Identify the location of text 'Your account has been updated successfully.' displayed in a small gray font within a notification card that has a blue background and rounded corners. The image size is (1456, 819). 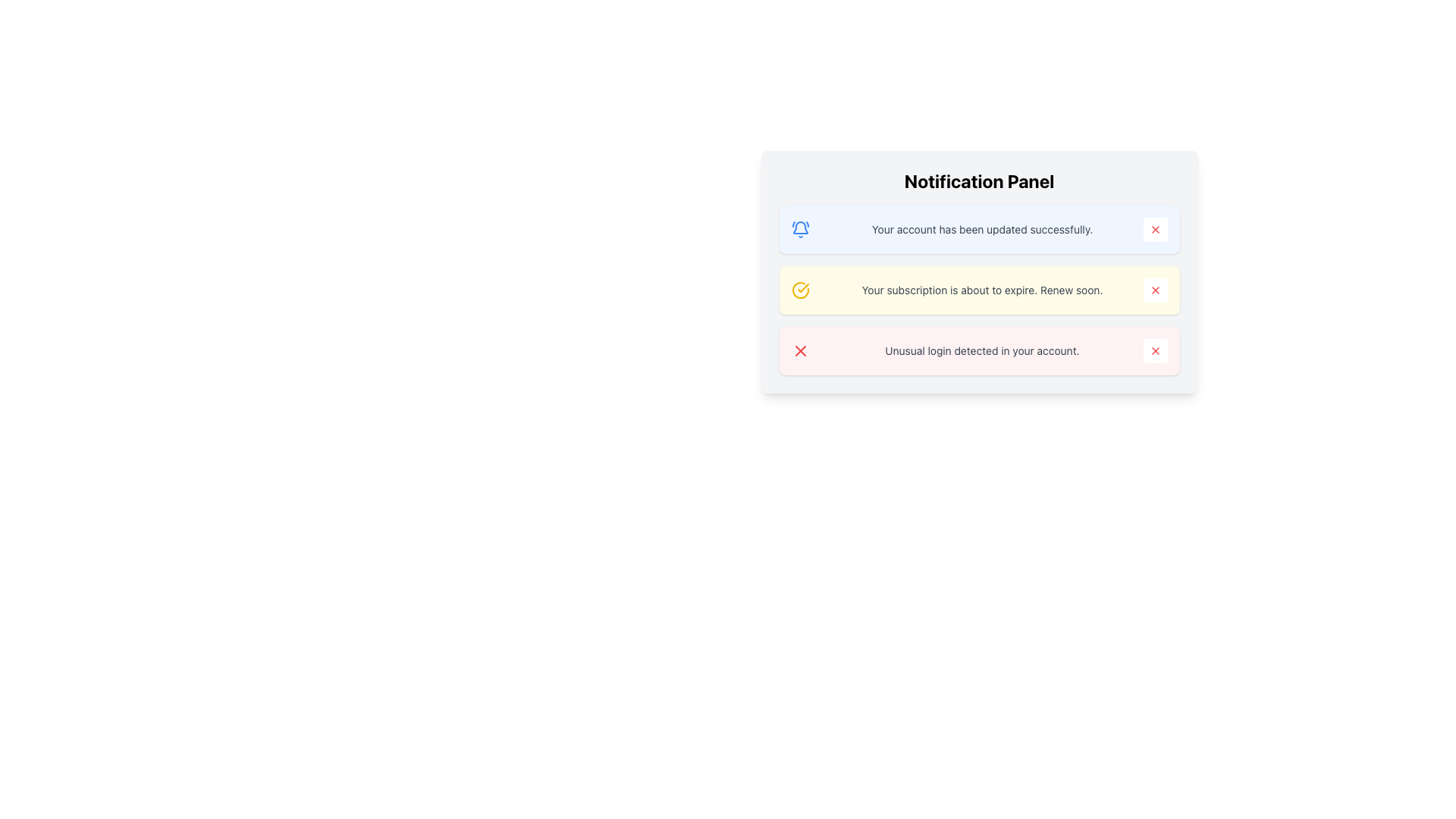
(982, 230).